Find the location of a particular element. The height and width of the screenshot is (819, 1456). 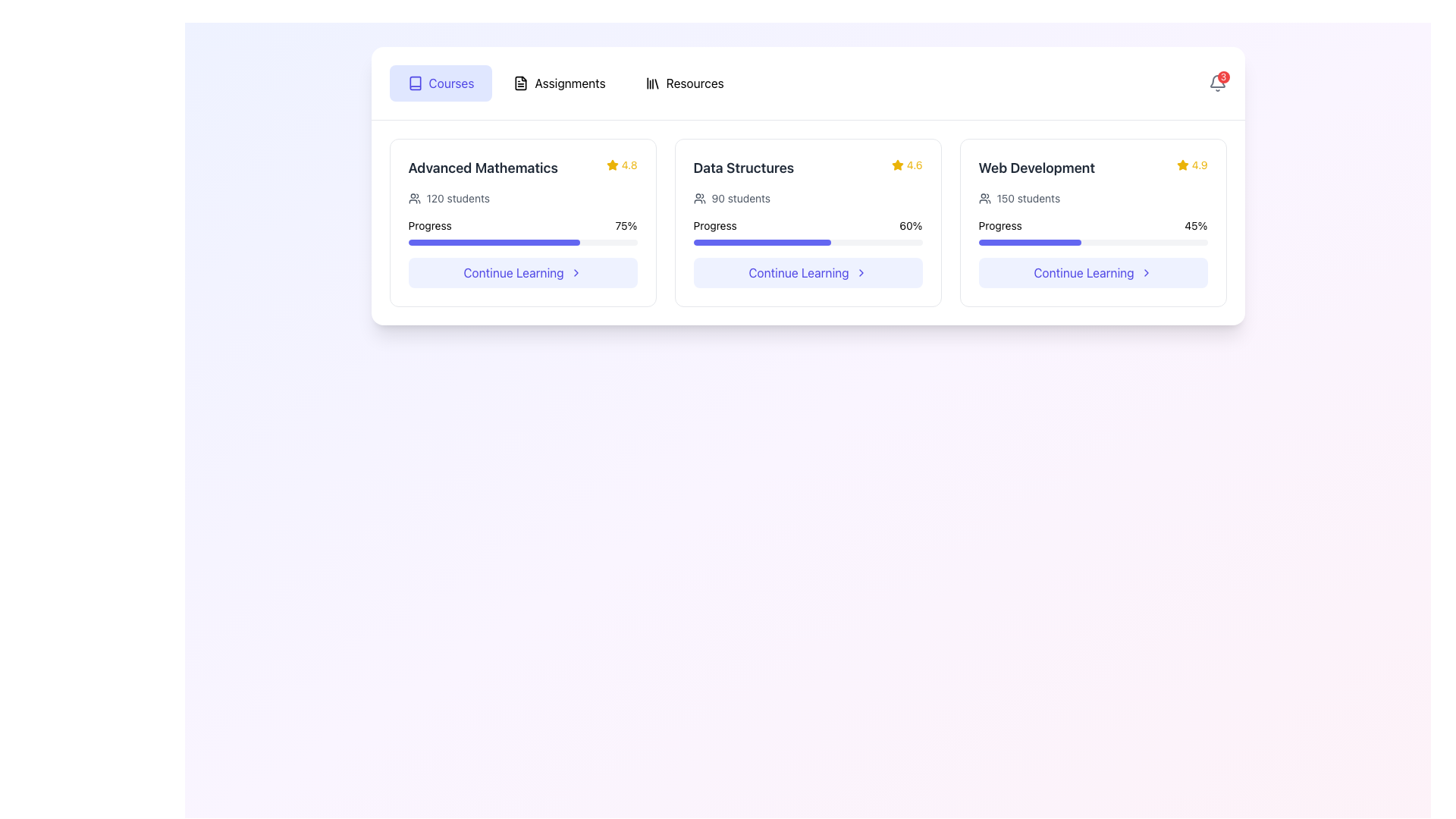

the Text label that serves as the title for the 'Web Development' course card, located in the top-right corner of the rightmost card in a grid of three cards is located at coordinates (1036, 168).